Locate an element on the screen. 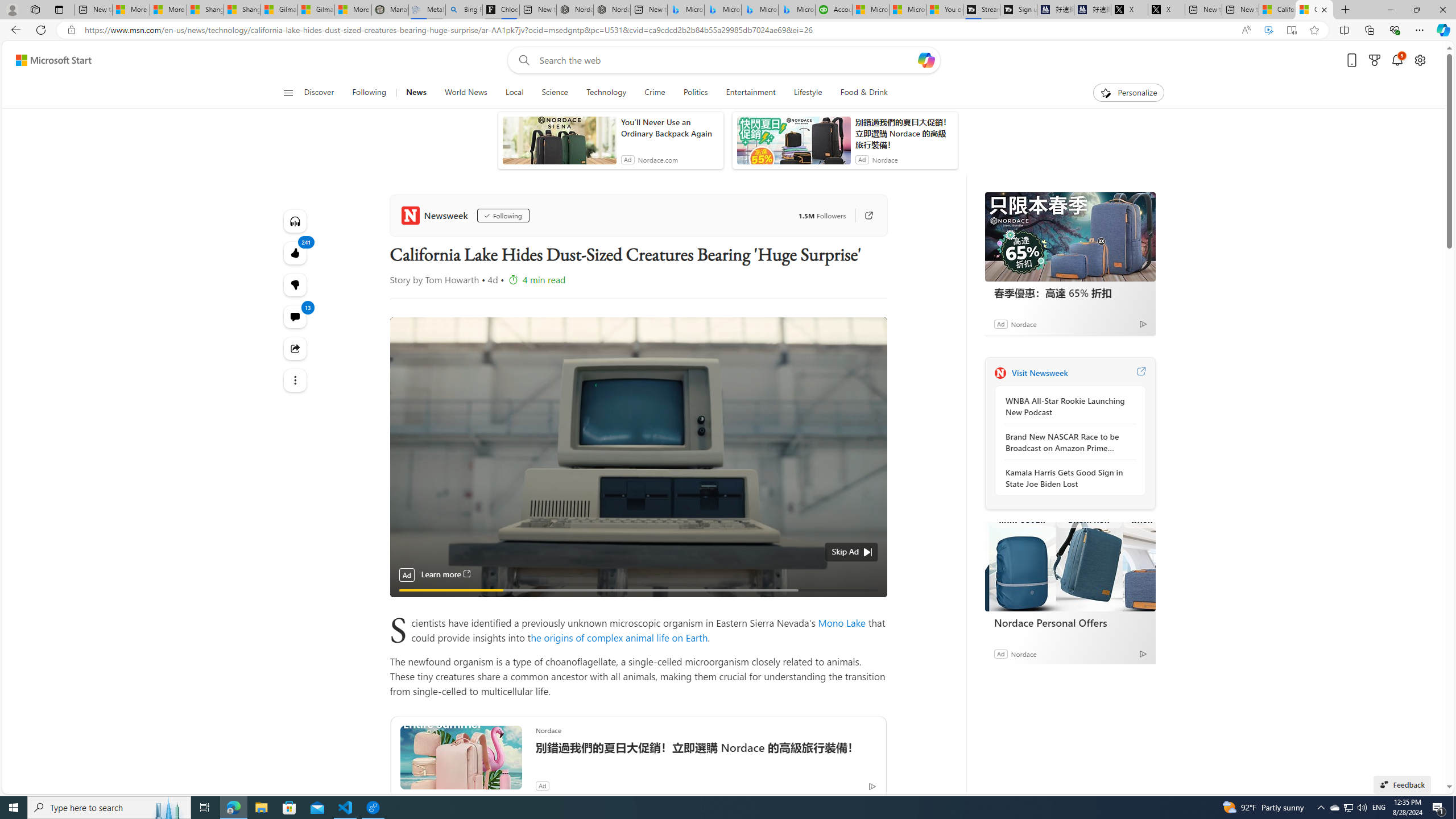 The height and width of the screenshot is (819, 1456). 'Kamala Harris Gets Good Sign in State Joe Biden Lost' is located at coordinates (1066, 477).